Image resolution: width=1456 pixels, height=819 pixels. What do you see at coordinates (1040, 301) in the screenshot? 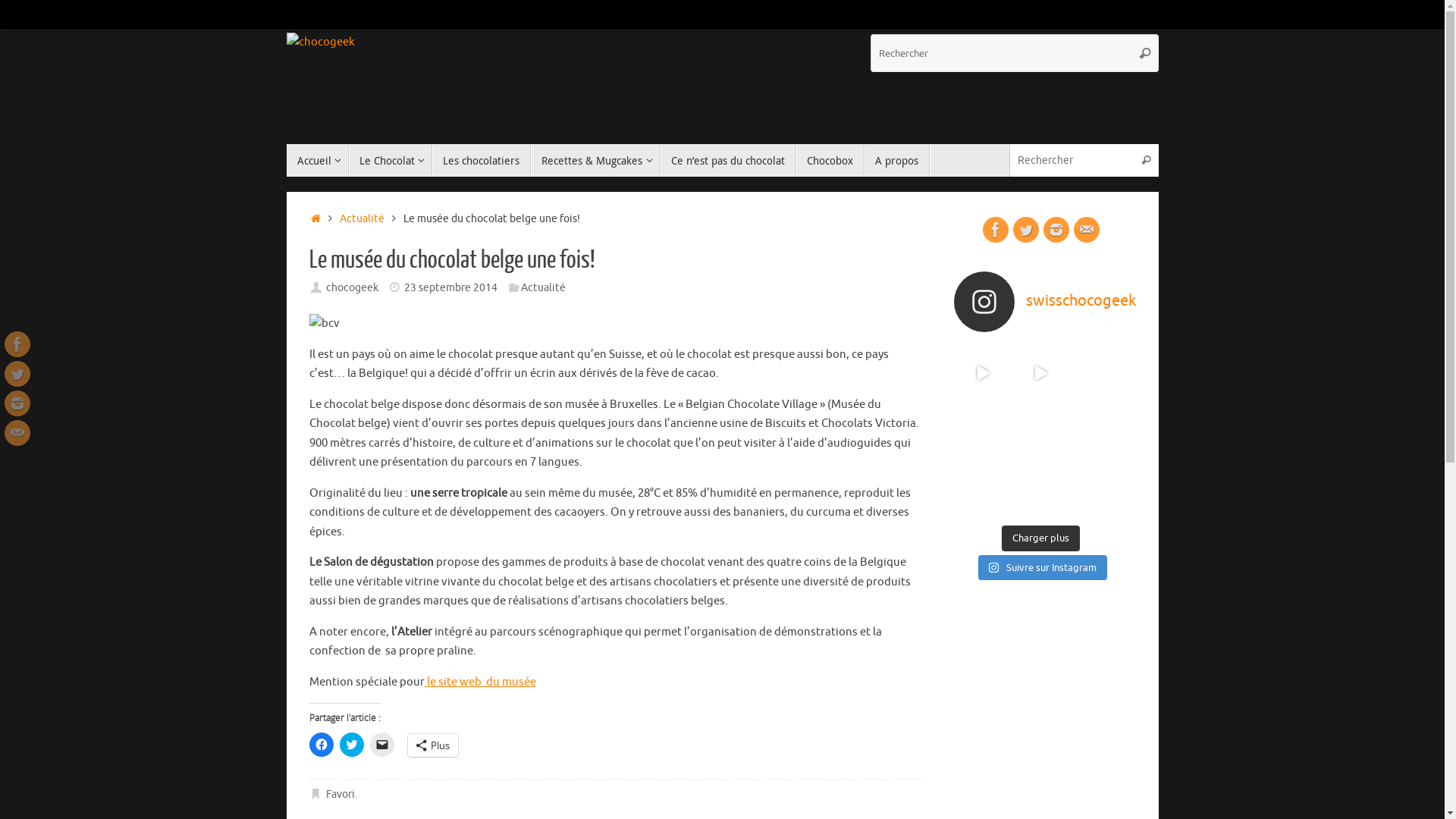
I see `'swisschocogeek'` at bounding box center [1040, 301].